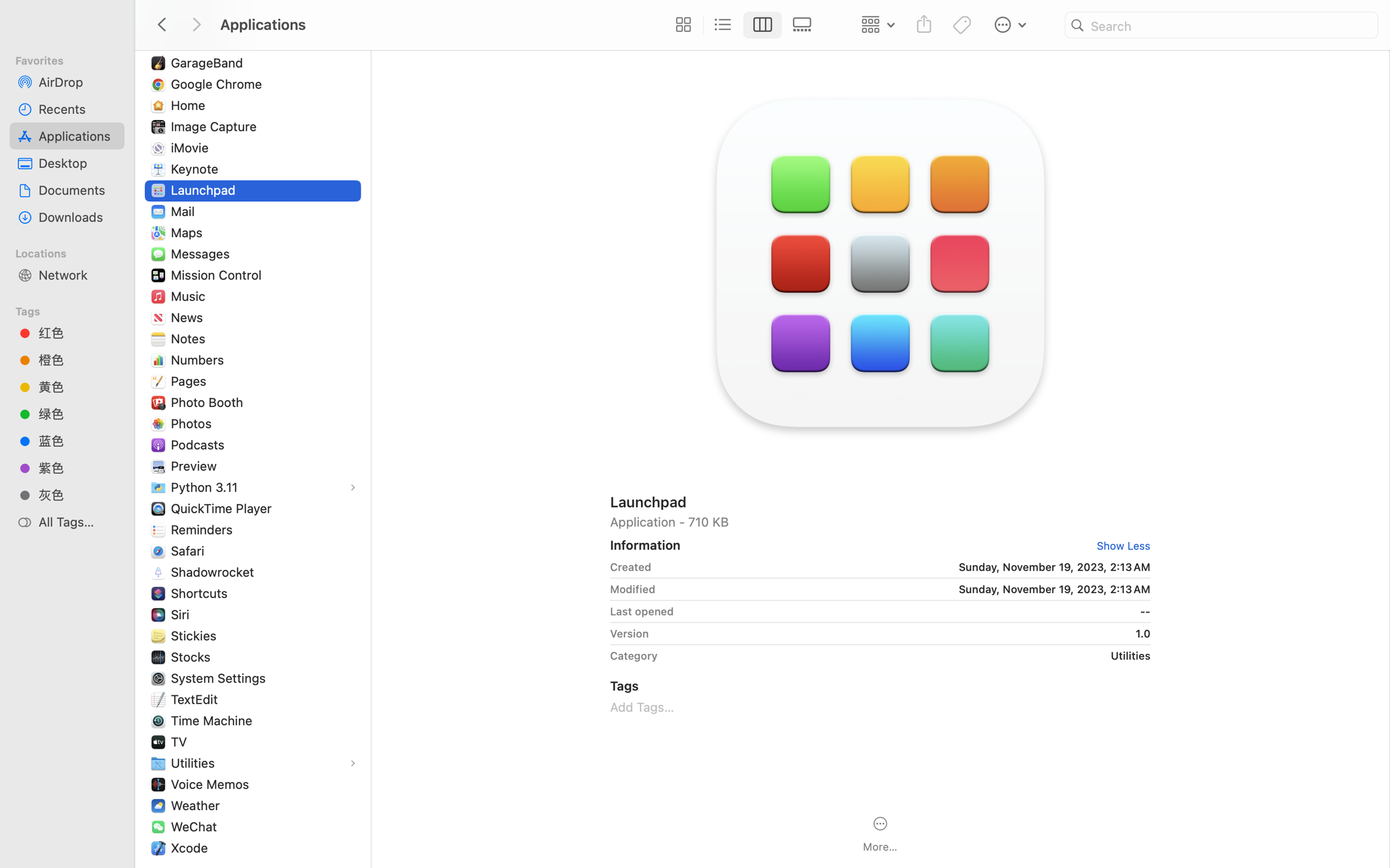 Image resolution: width=1390 pixels, height=868 pixels. What do you see at coordinates (182, 614) in the screenshot?
I see `'Siri'` at bounding box center [182, 614].